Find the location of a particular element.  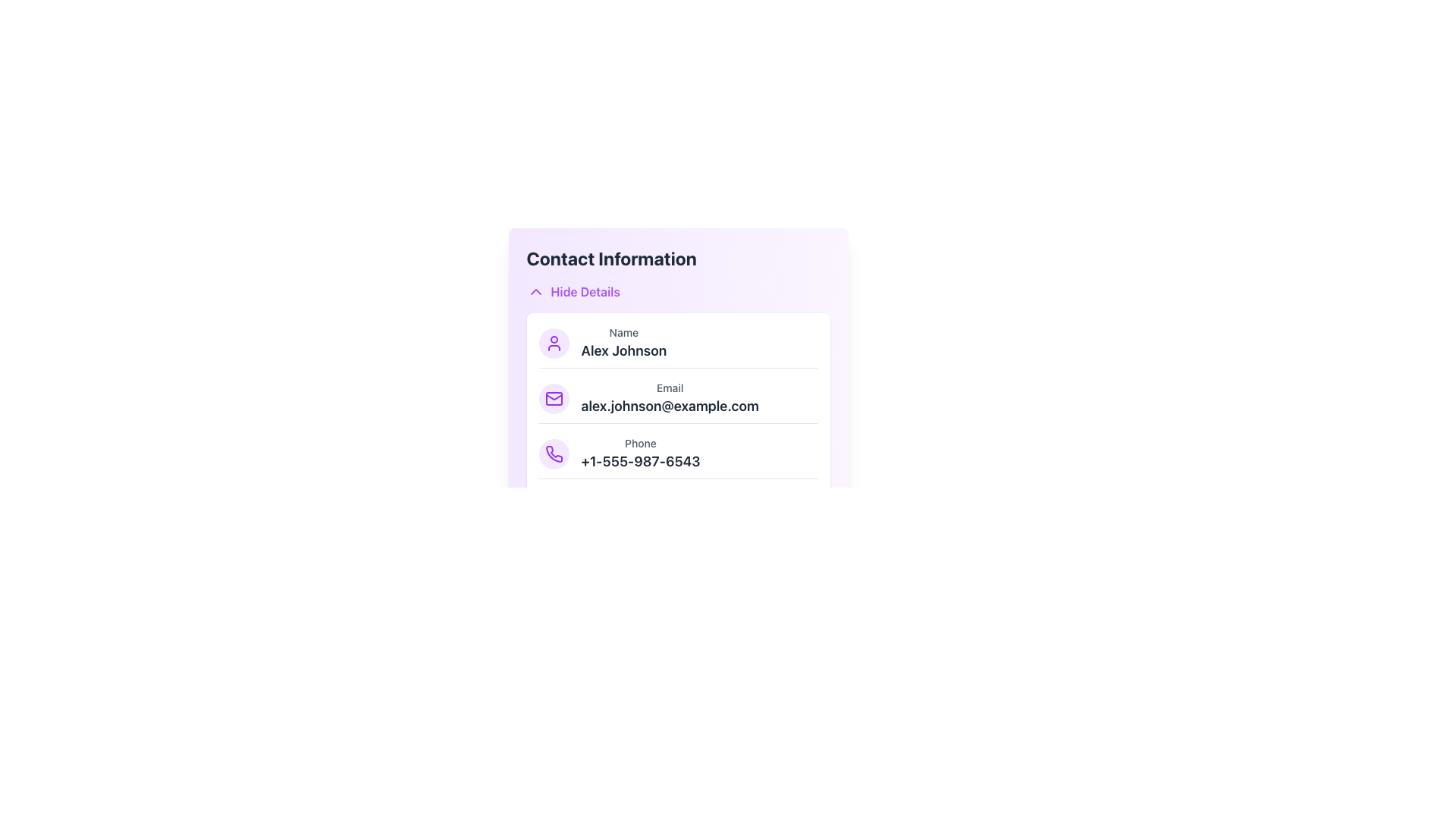

the Decorative icon, which is a circular icon with a purple background and a white telephone symbol, located in the contact information section to the left of the text '+1-555-987-6543' is located at coordinates (553, 453).